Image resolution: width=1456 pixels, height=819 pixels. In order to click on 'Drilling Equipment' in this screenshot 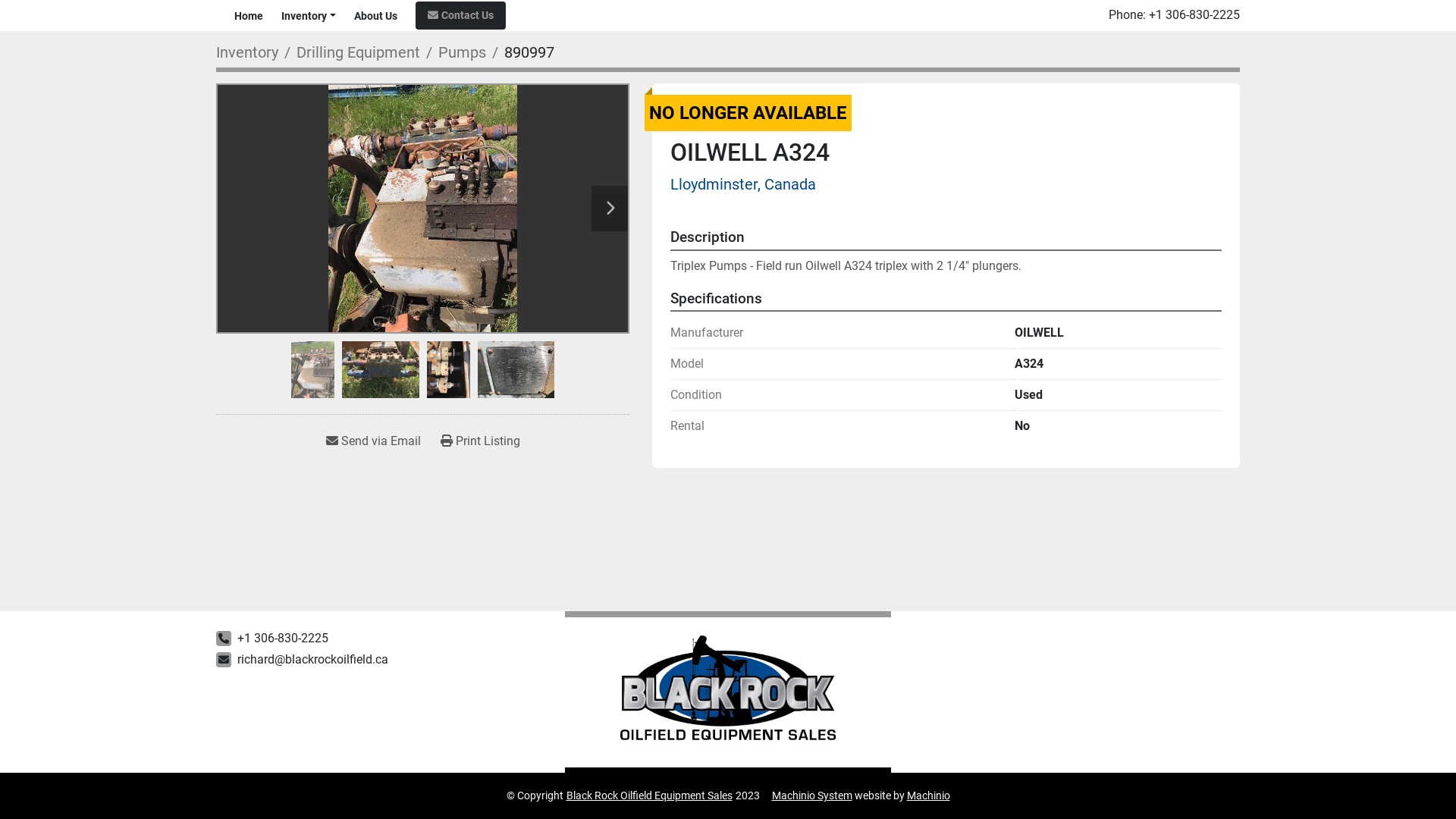, I will do `click(357, 52)`.